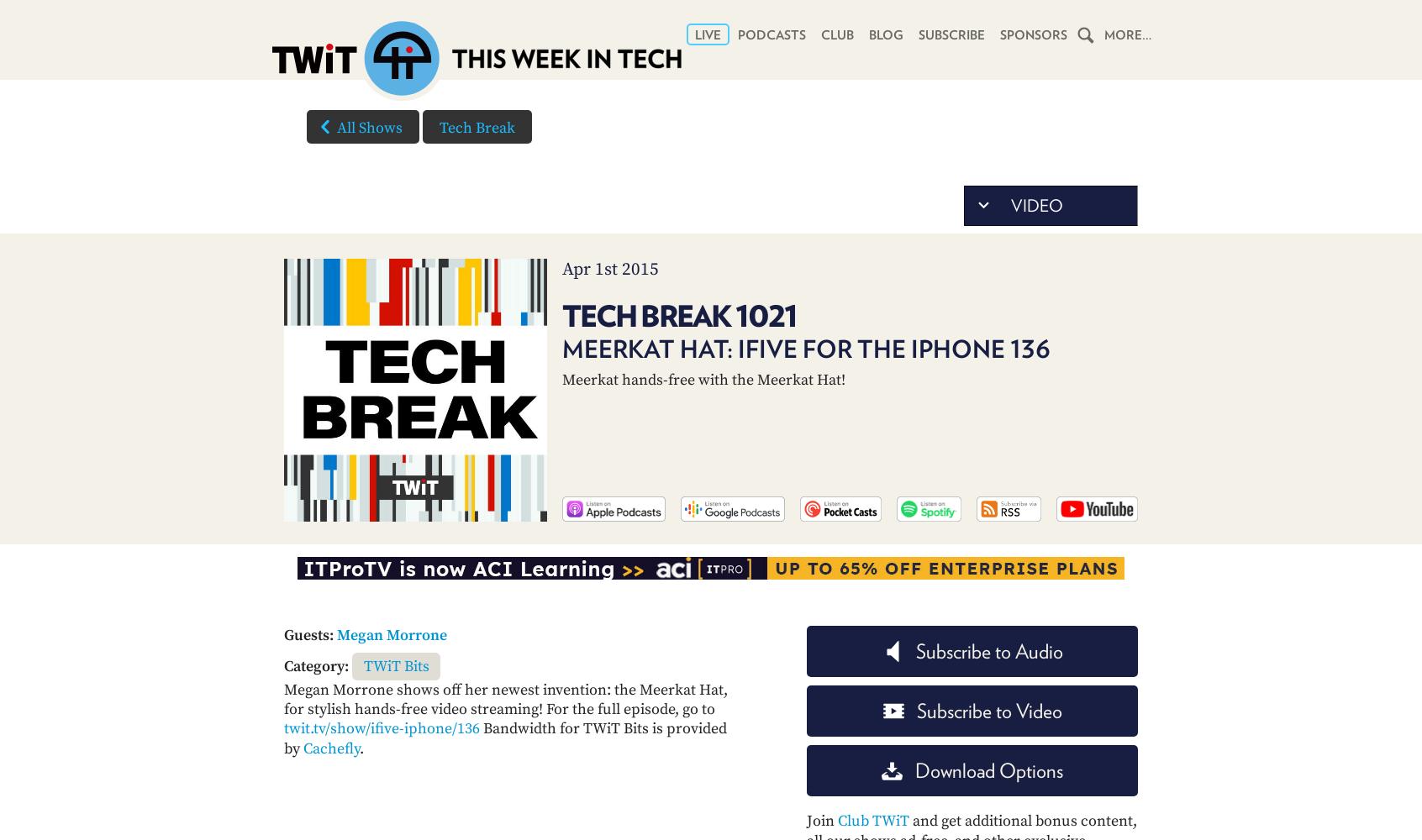  Describe the element at coordinates (772, 35) in the screenshot. I see `'Podcasts'` at that location.